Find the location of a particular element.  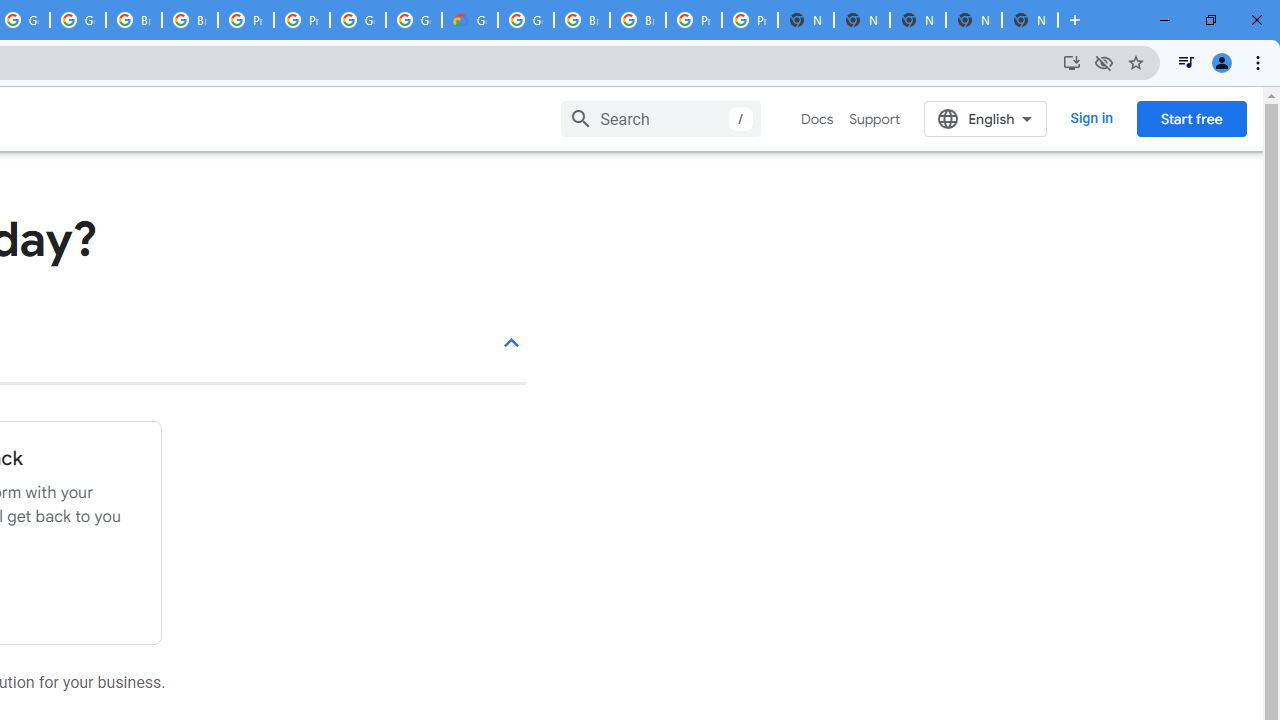

'You' is located at coordinates (1220, 61).